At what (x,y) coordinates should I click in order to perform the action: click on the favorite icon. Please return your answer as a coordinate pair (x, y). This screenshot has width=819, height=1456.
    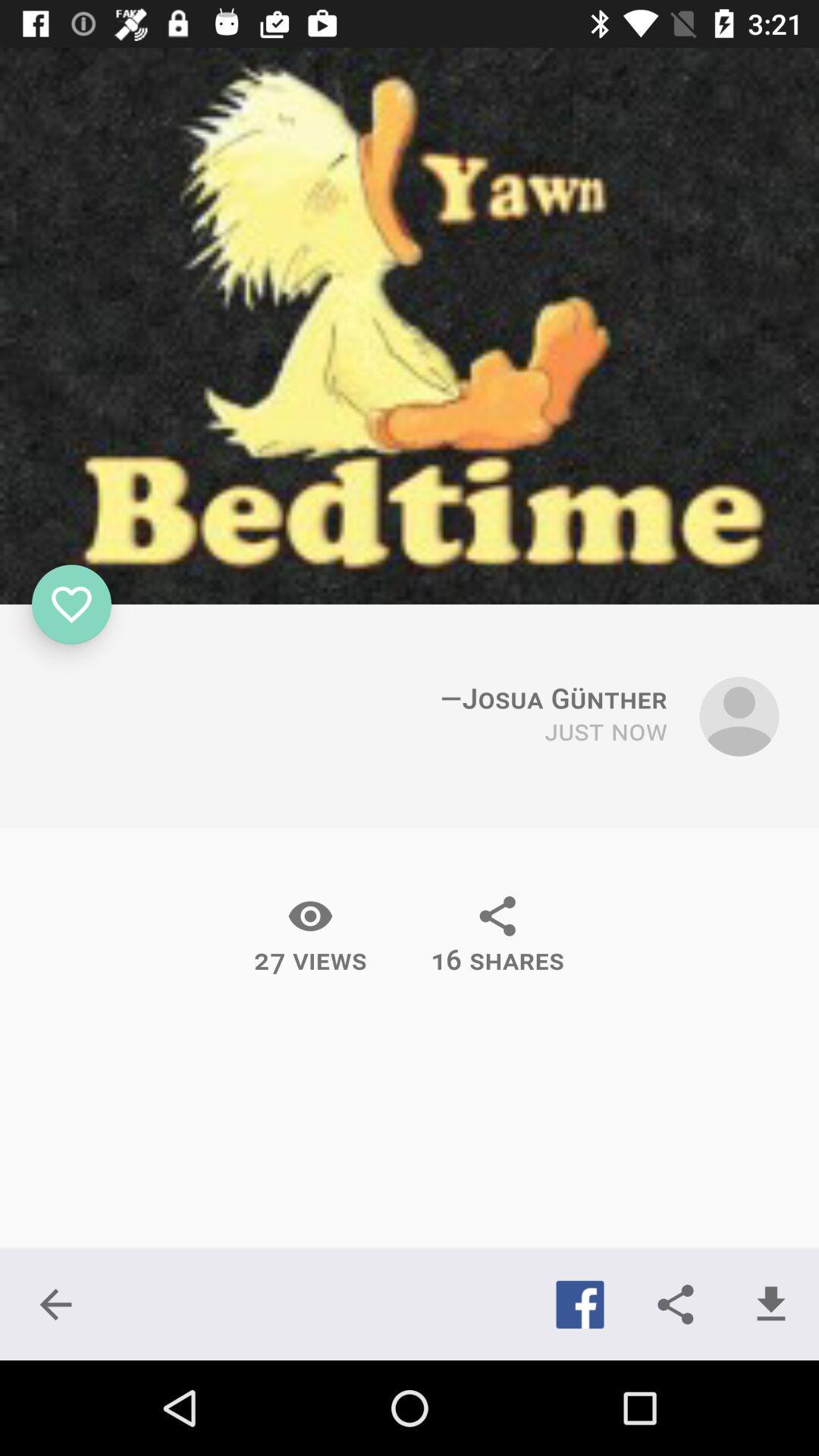
    Looking at the image, I should click on (71, 604).